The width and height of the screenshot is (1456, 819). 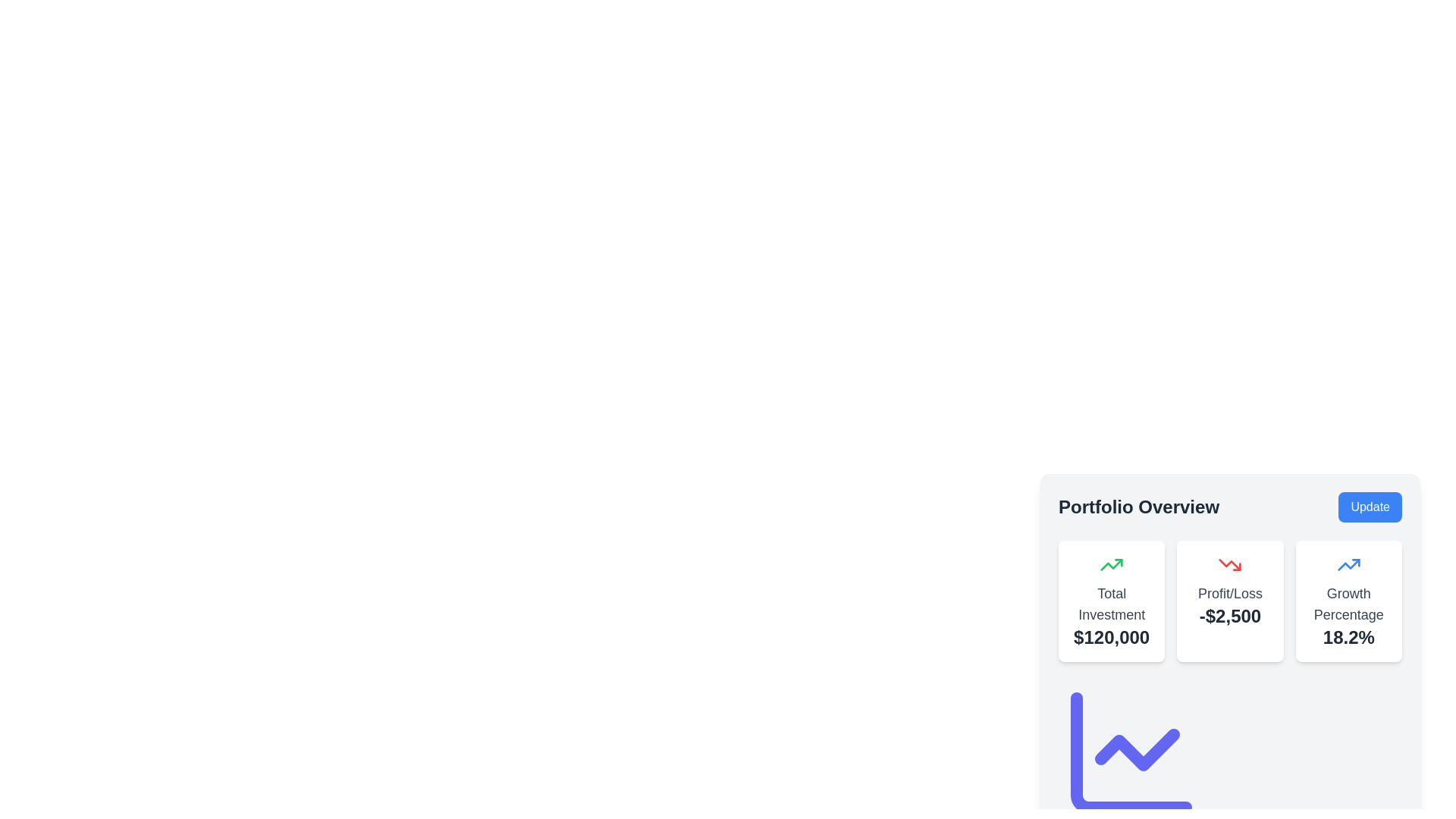 I want to click on the button located in the top-right corner of the 'Portfolio Overview' section, so click(x=1370, y=507).